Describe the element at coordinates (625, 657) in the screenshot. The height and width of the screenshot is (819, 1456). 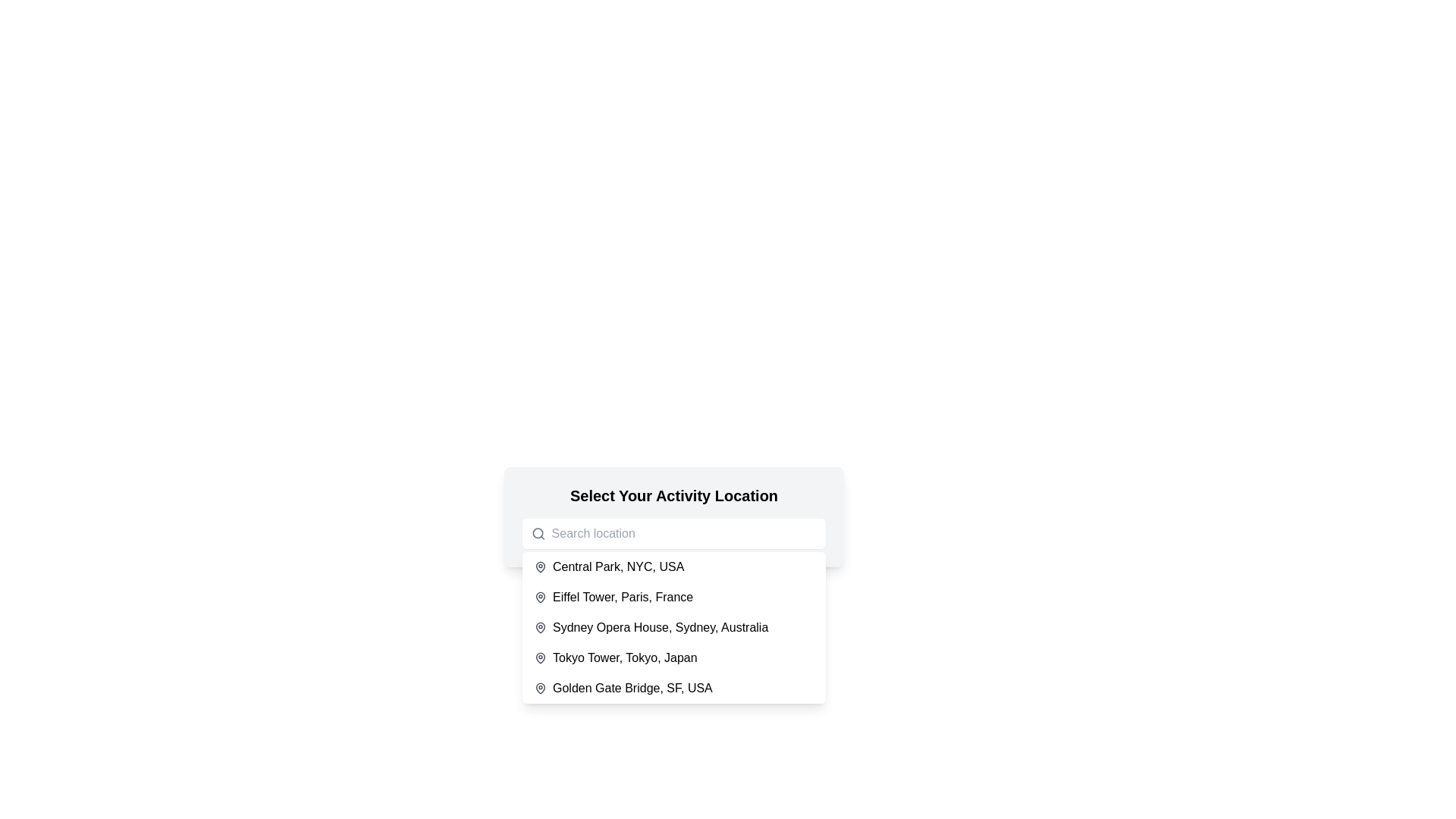
I see `the list item displaying 'Tokyo Tower, Tokyo, Japan'` at that location.